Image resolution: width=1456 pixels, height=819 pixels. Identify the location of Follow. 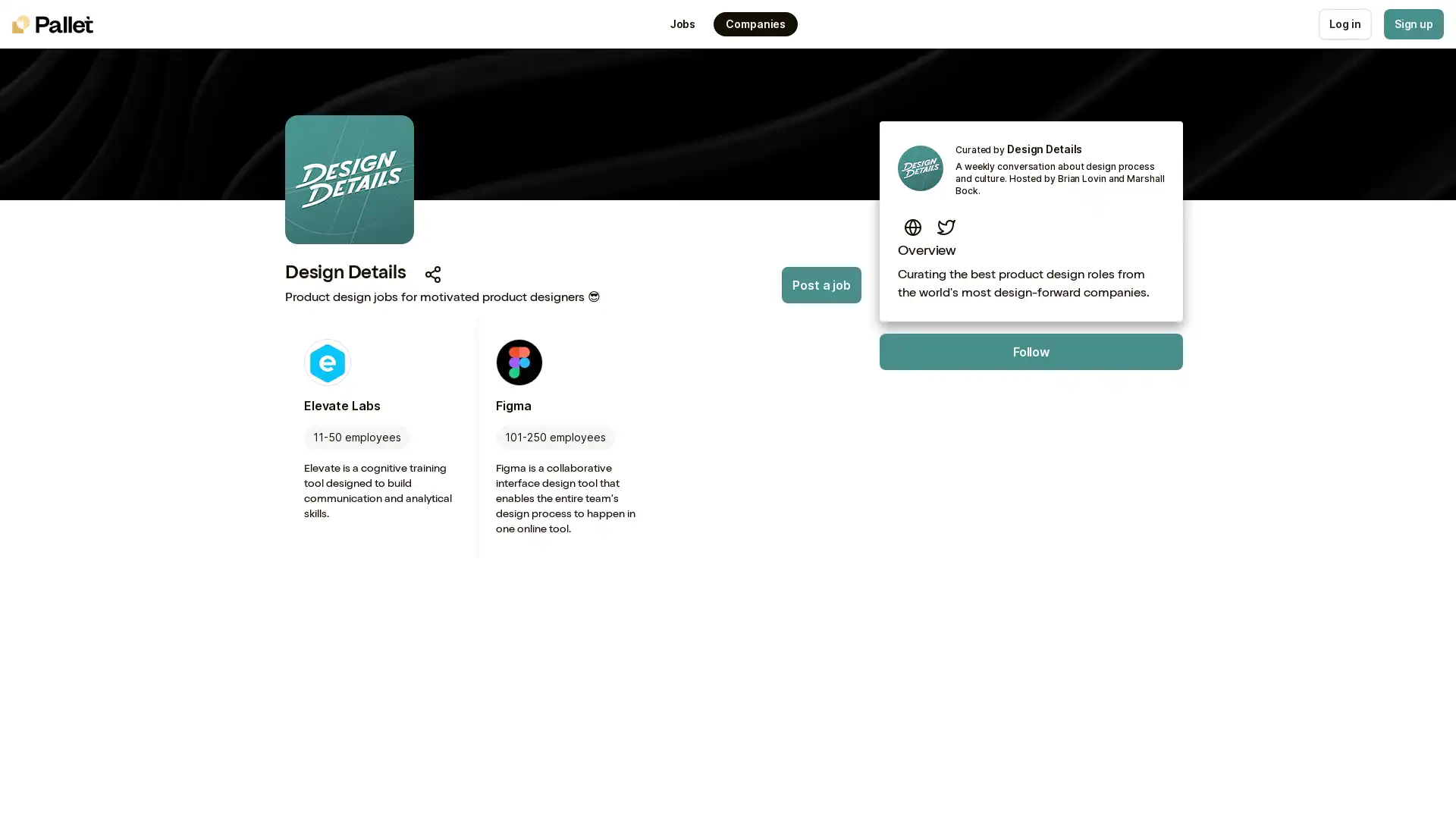
(1031, 351).